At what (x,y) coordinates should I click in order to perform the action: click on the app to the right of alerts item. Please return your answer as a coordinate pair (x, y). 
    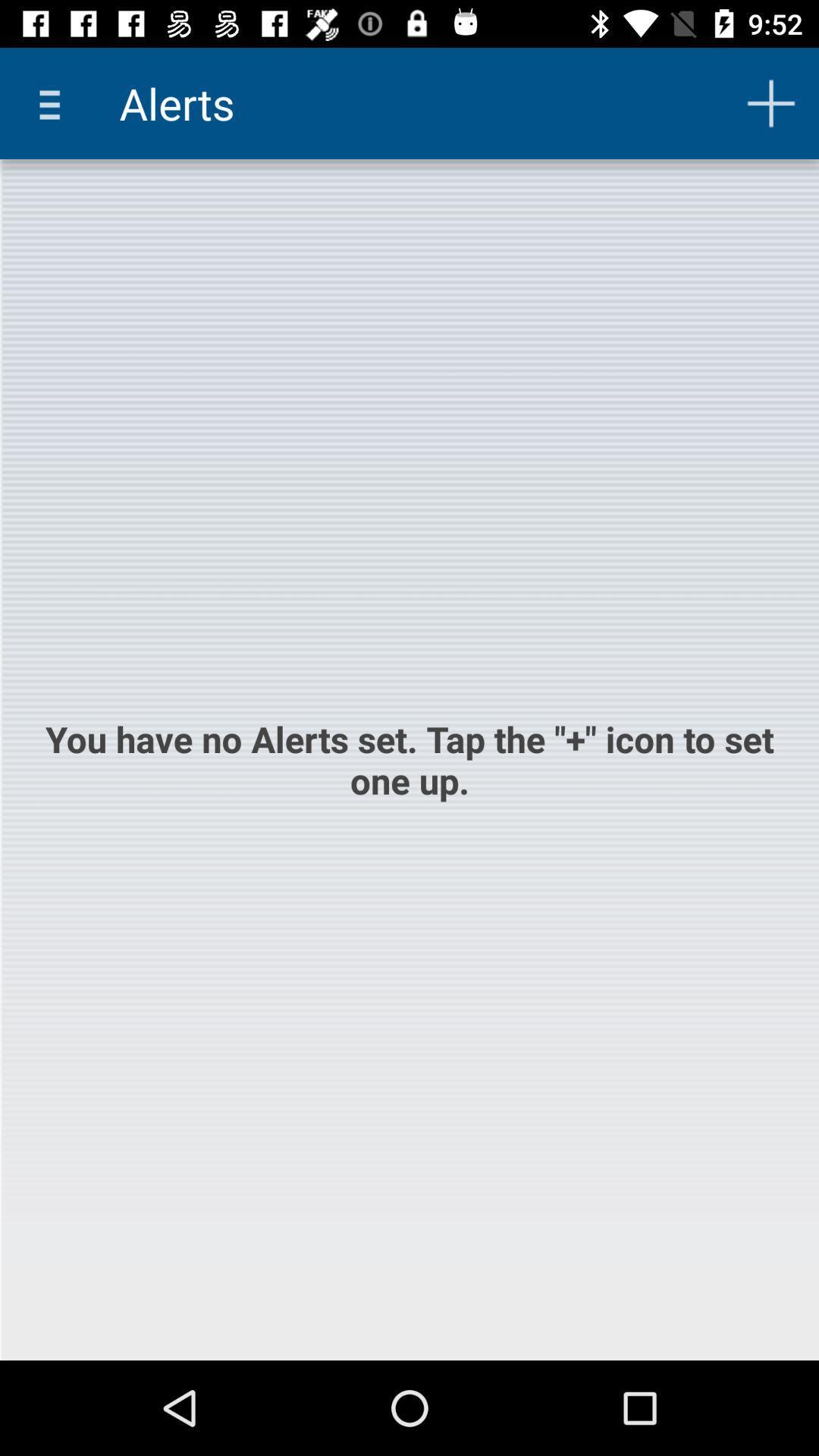
    Looking at the image, I should click on (771, 102).